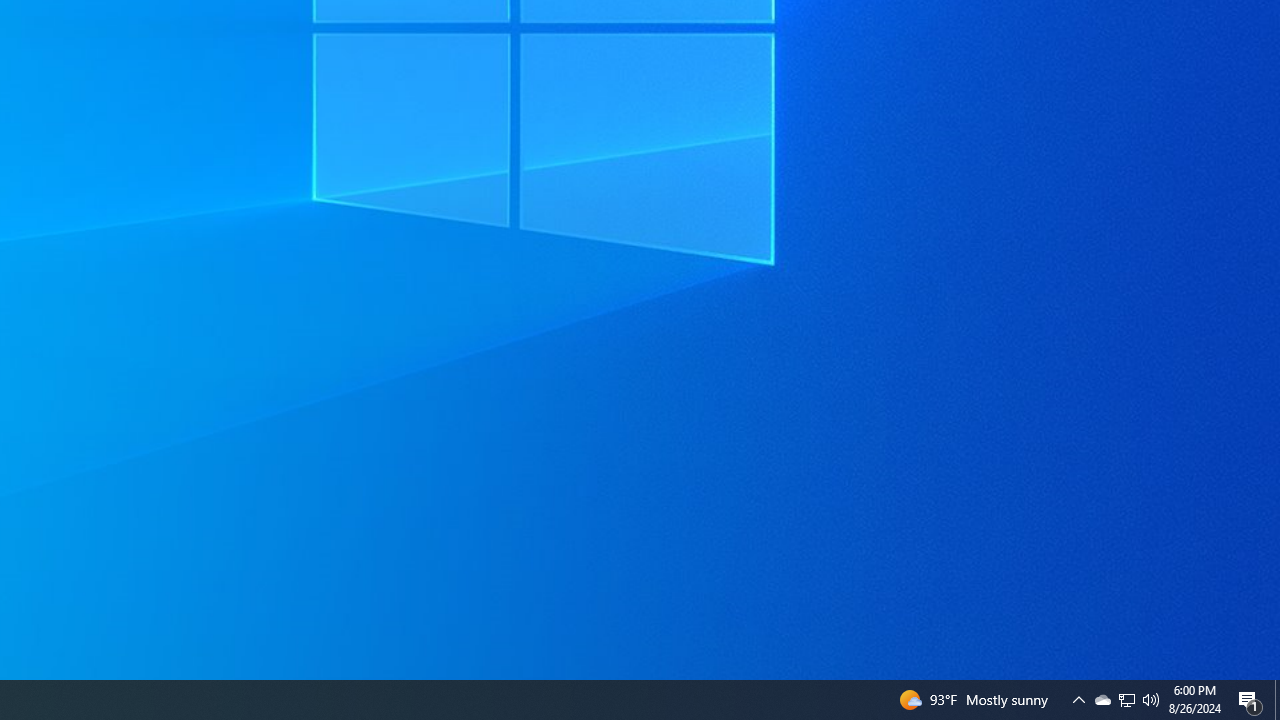  Describe the element at coordinates (1250, 698) in the screenshot. I see `'Action Center, 1 new notification'` at that location.